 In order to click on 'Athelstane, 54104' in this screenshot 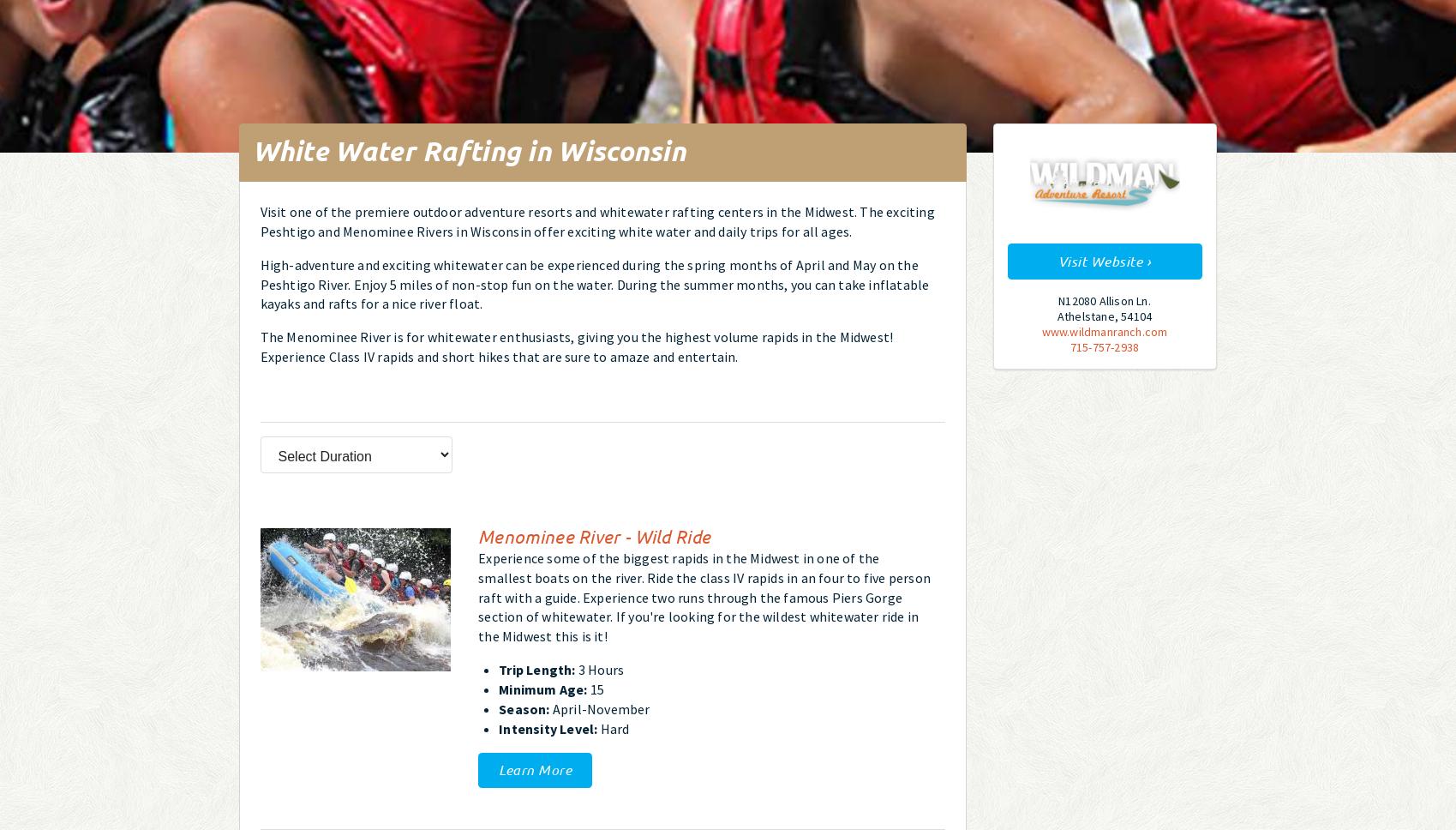, I will do `click(1103, 315)`.